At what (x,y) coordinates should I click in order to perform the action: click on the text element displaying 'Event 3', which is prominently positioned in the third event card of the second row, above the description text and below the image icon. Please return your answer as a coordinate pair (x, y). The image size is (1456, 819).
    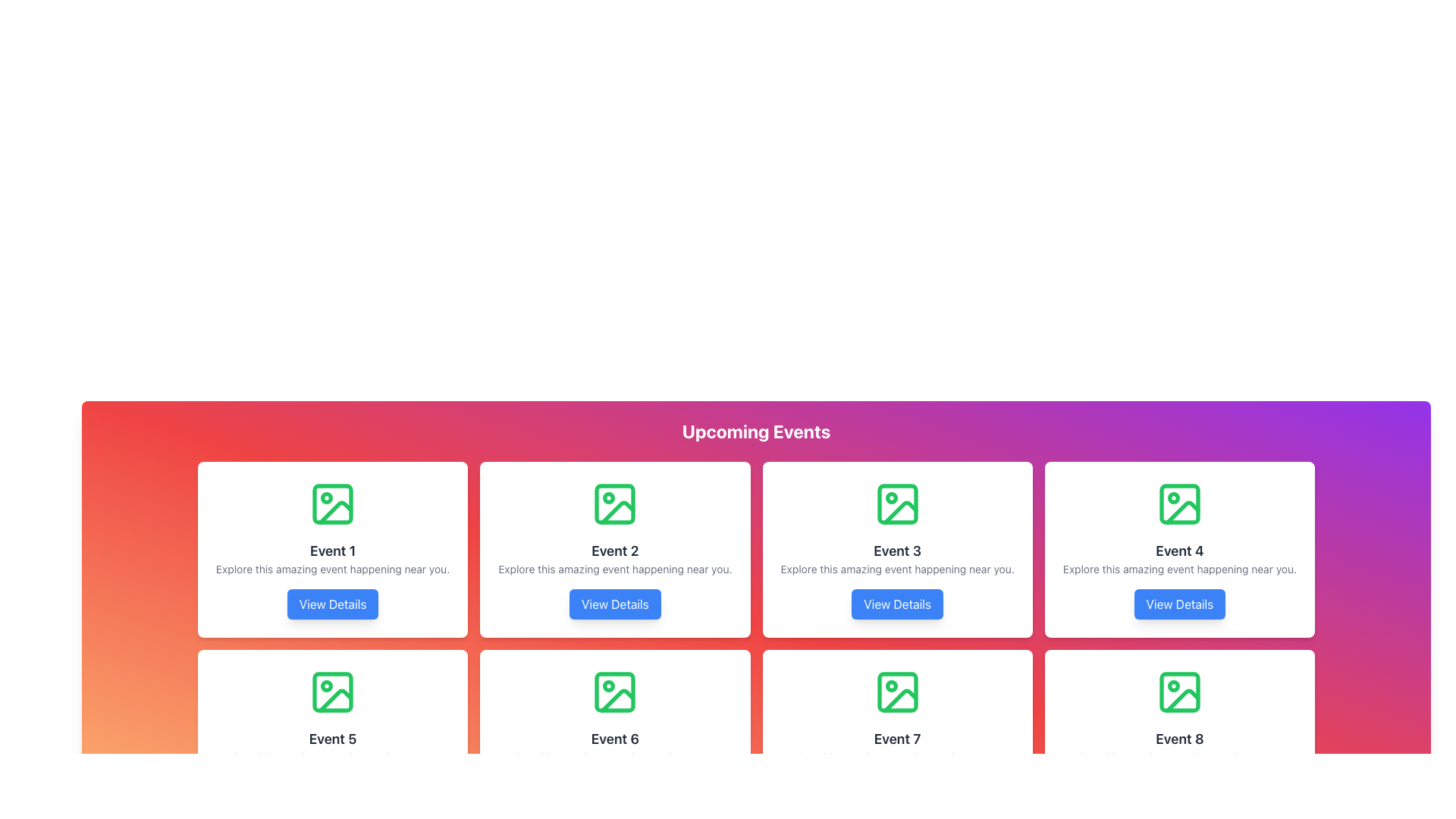
    Looking at the image, I should click on (897, 551).